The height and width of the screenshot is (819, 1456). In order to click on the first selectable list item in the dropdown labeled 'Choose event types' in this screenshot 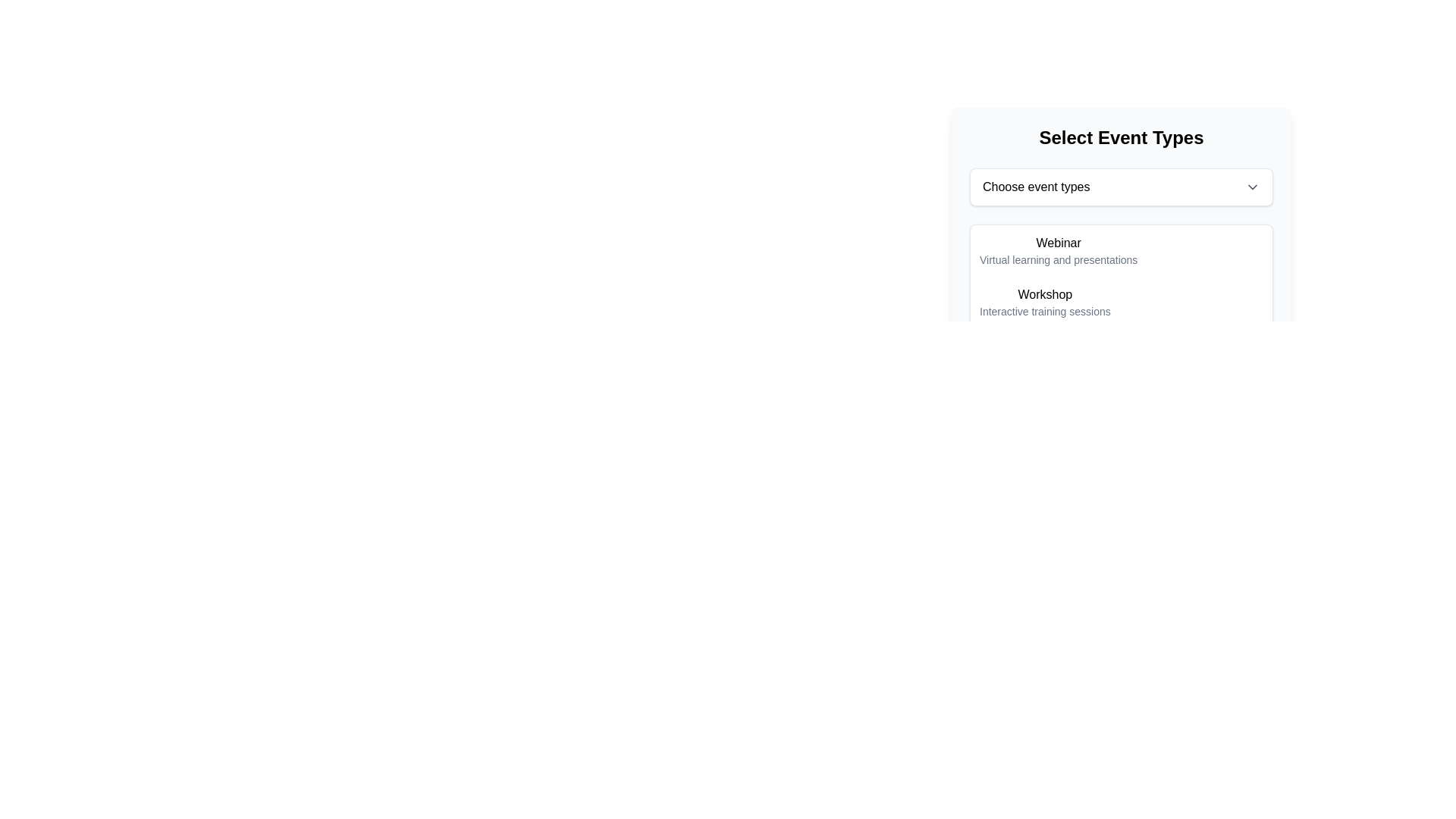, I will do `click(1121, 250)`.